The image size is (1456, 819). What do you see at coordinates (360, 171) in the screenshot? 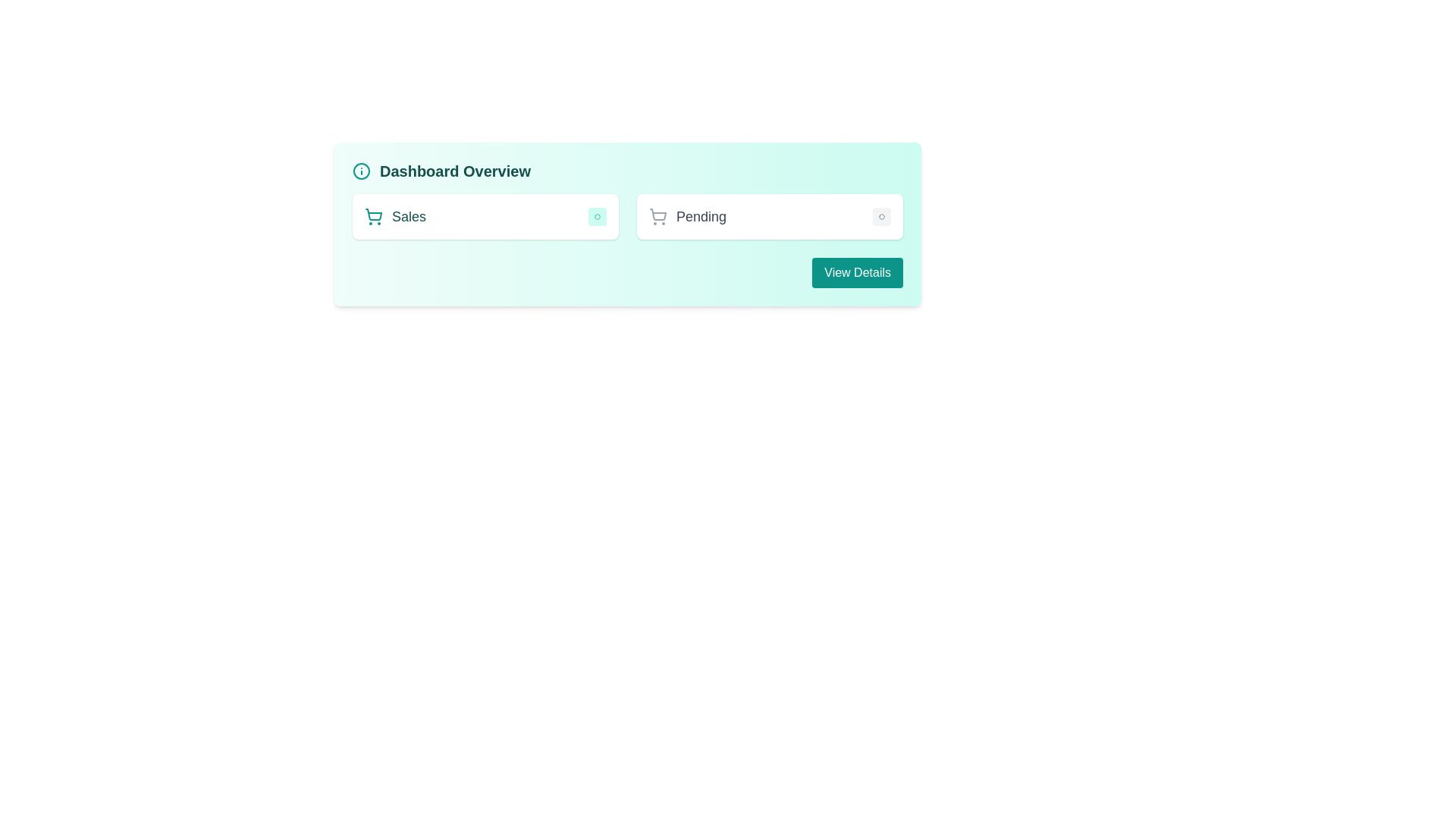
I see `circular decorative element located within the icon to the left of the 'Dashboard Overview' header text` at bounding box center [360, 171].